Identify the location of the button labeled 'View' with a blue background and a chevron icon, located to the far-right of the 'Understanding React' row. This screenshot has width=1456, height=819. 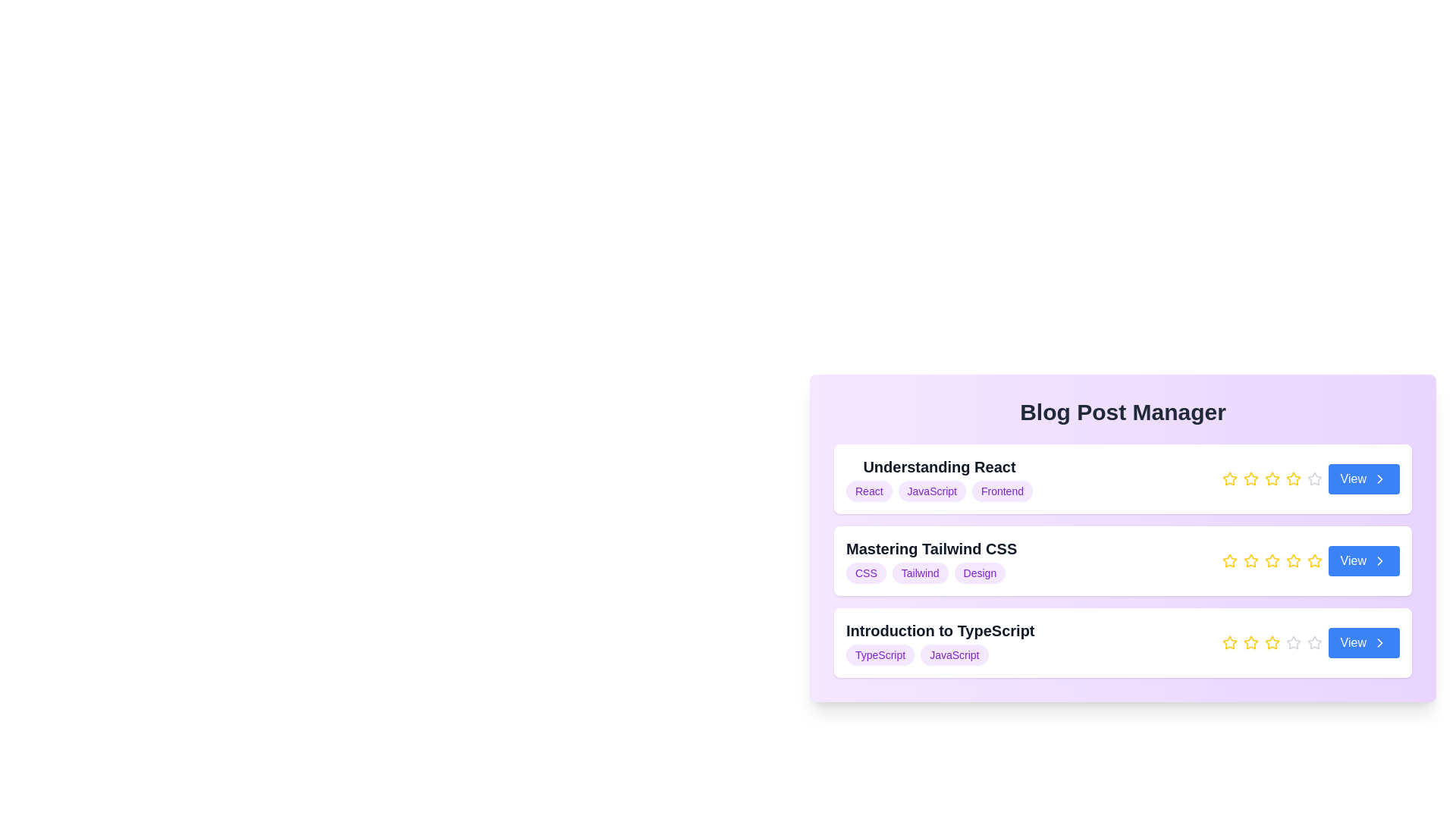
(1363, 479).